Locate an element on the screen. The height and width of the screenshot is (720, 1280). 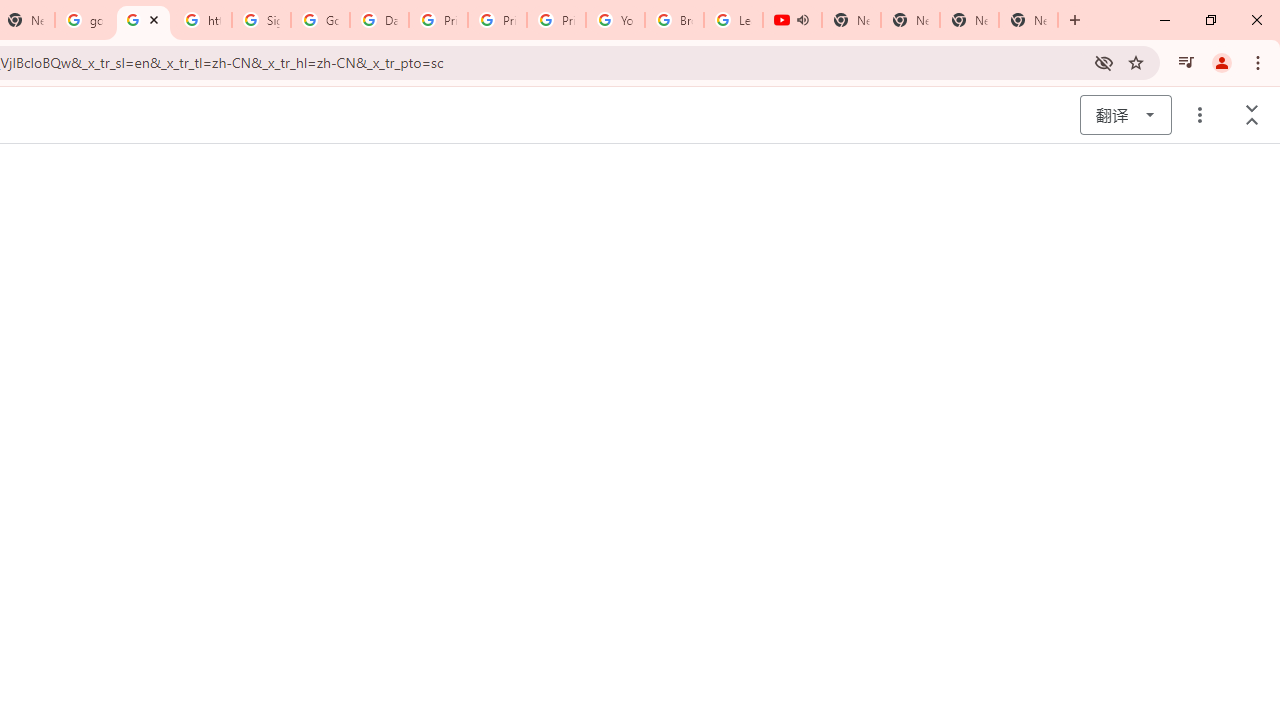
'https://scholar.google.com/' is located at coordinates (202, 20).